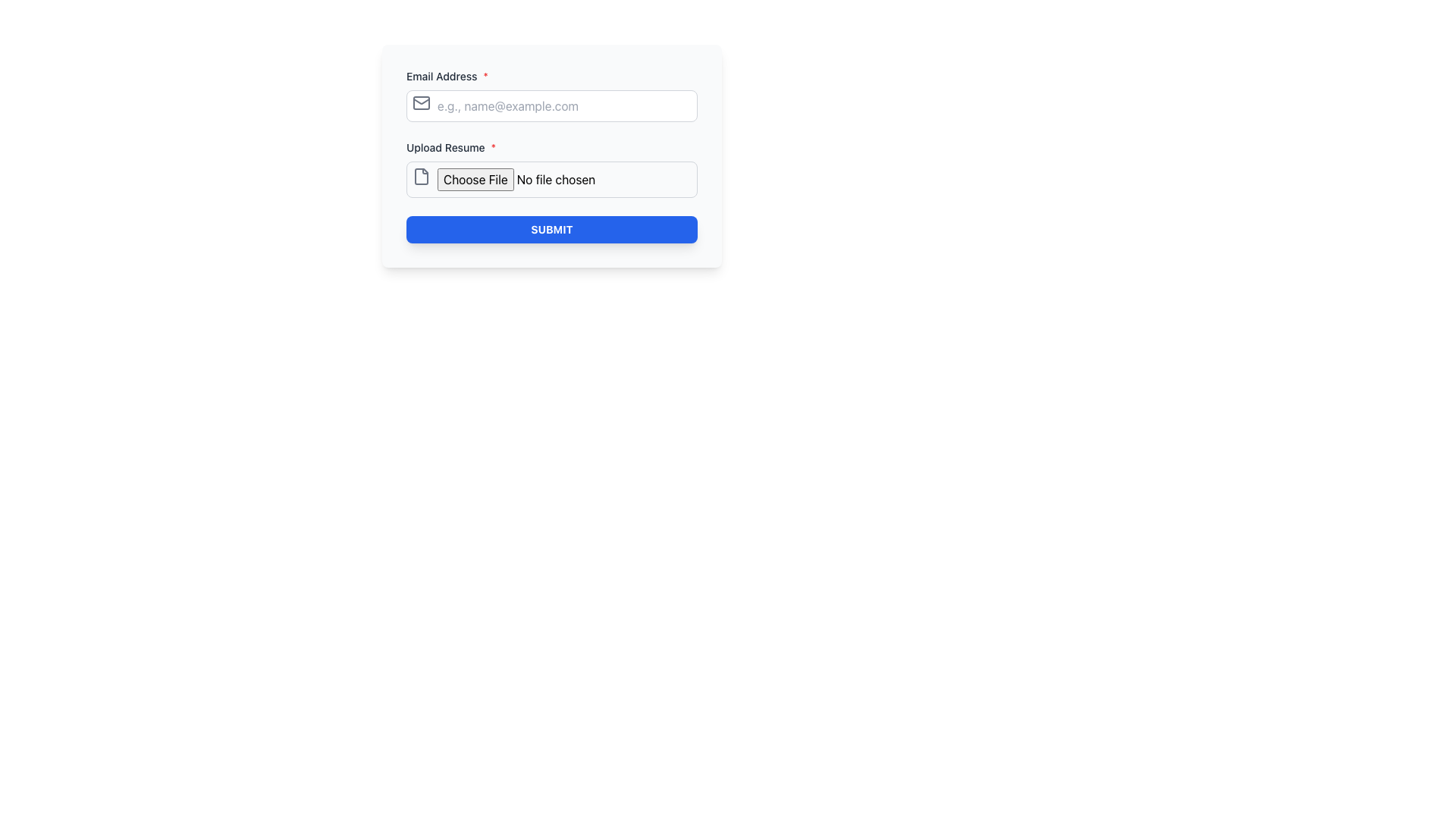 The width and height of the screenshot is (1456, 819). Describe the element at coordinates (422, 175) in the screenshot. I see `the graphic icon resembling a page or document with a folded corner, located next to the 'Choose File' button in the 'Upload Resume' section` at that location.